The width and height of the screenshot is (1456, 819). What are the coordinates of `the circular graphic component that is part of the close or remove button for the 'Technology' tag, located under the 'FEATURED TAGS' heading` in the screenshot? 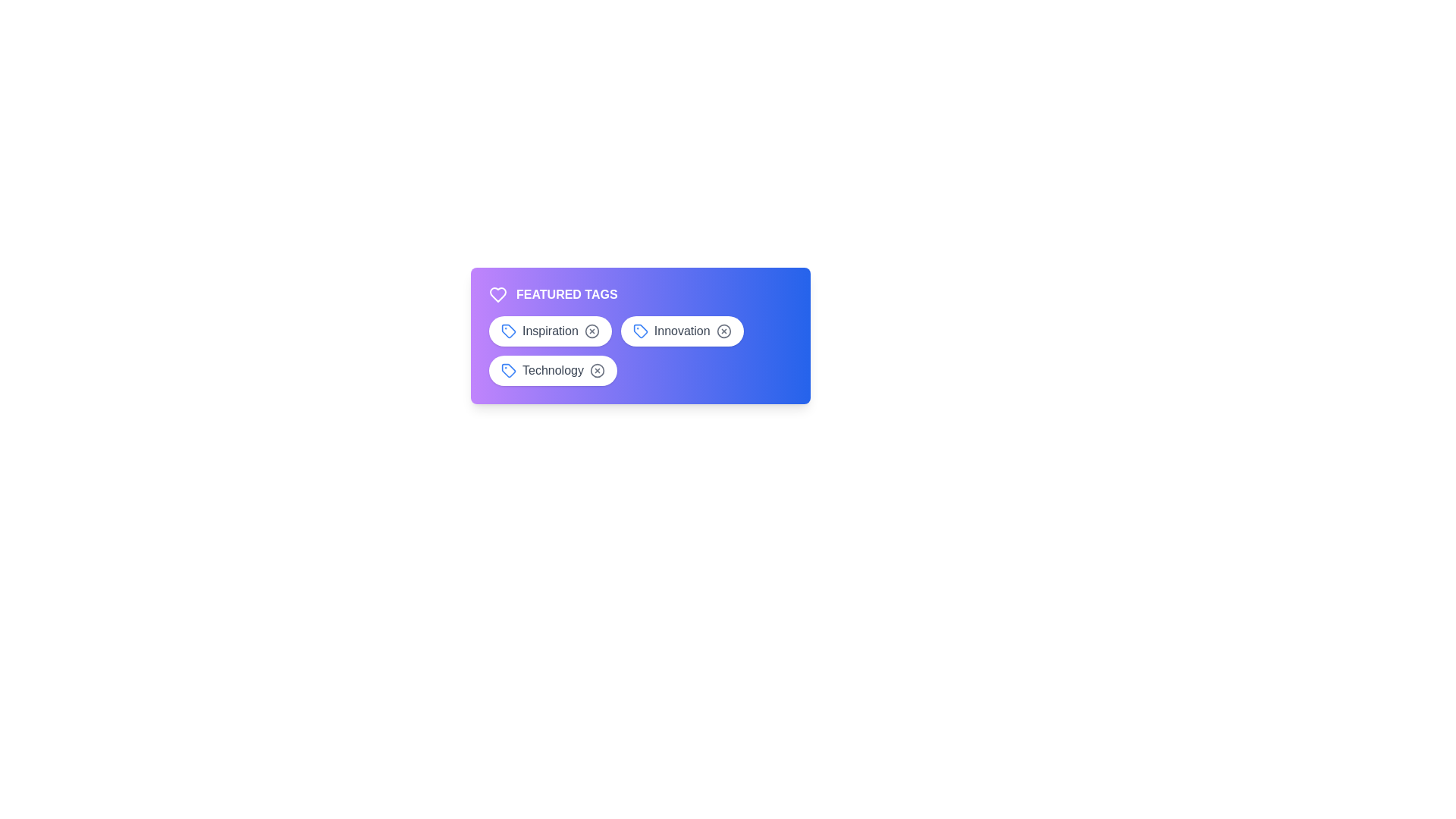 It's located at (596, 371).